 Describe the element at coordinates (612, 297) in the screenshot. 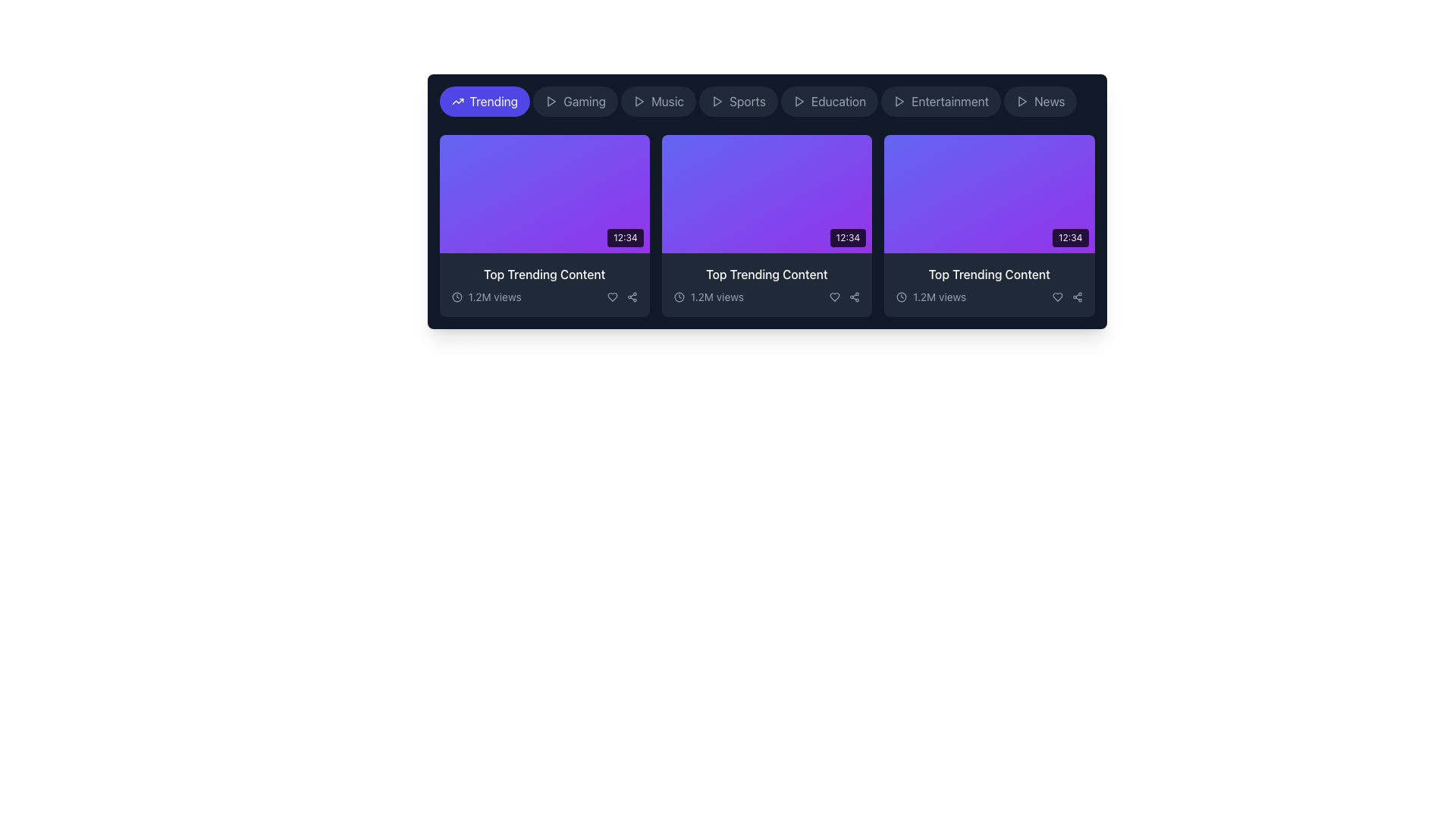

I see `the like/unlike icon located underneath the first content card in the row of trending content` at that location.